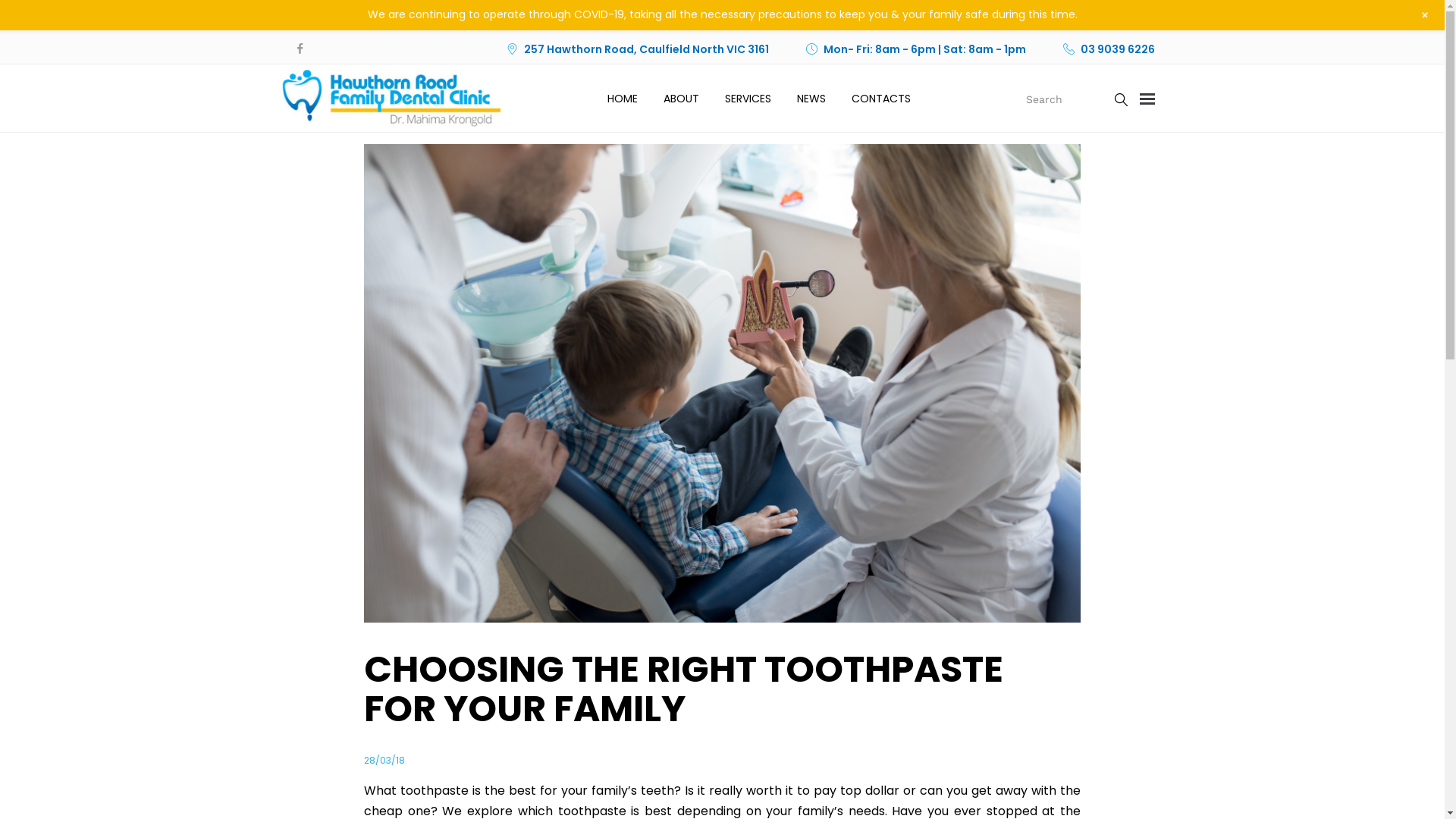  Describe the element at coordinates (723, 99) in the screenshot. I see `'SERVICES'` at that location.